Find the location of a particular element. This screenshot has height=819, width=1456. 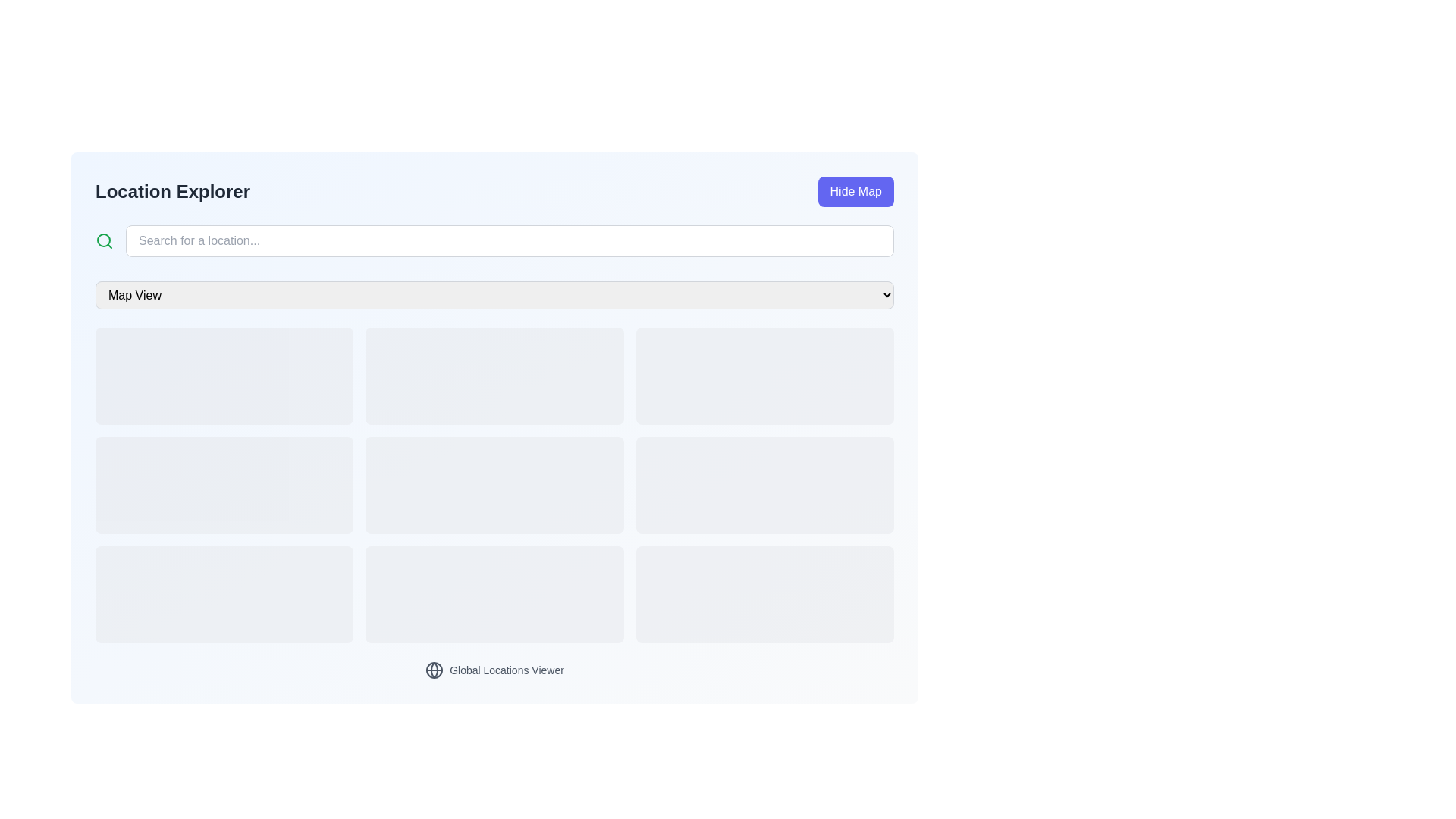

the decorative globe icon located to the left of the text 'Global Locations Viewer' at the bottom of the interface is located at coordinates (434, 669).